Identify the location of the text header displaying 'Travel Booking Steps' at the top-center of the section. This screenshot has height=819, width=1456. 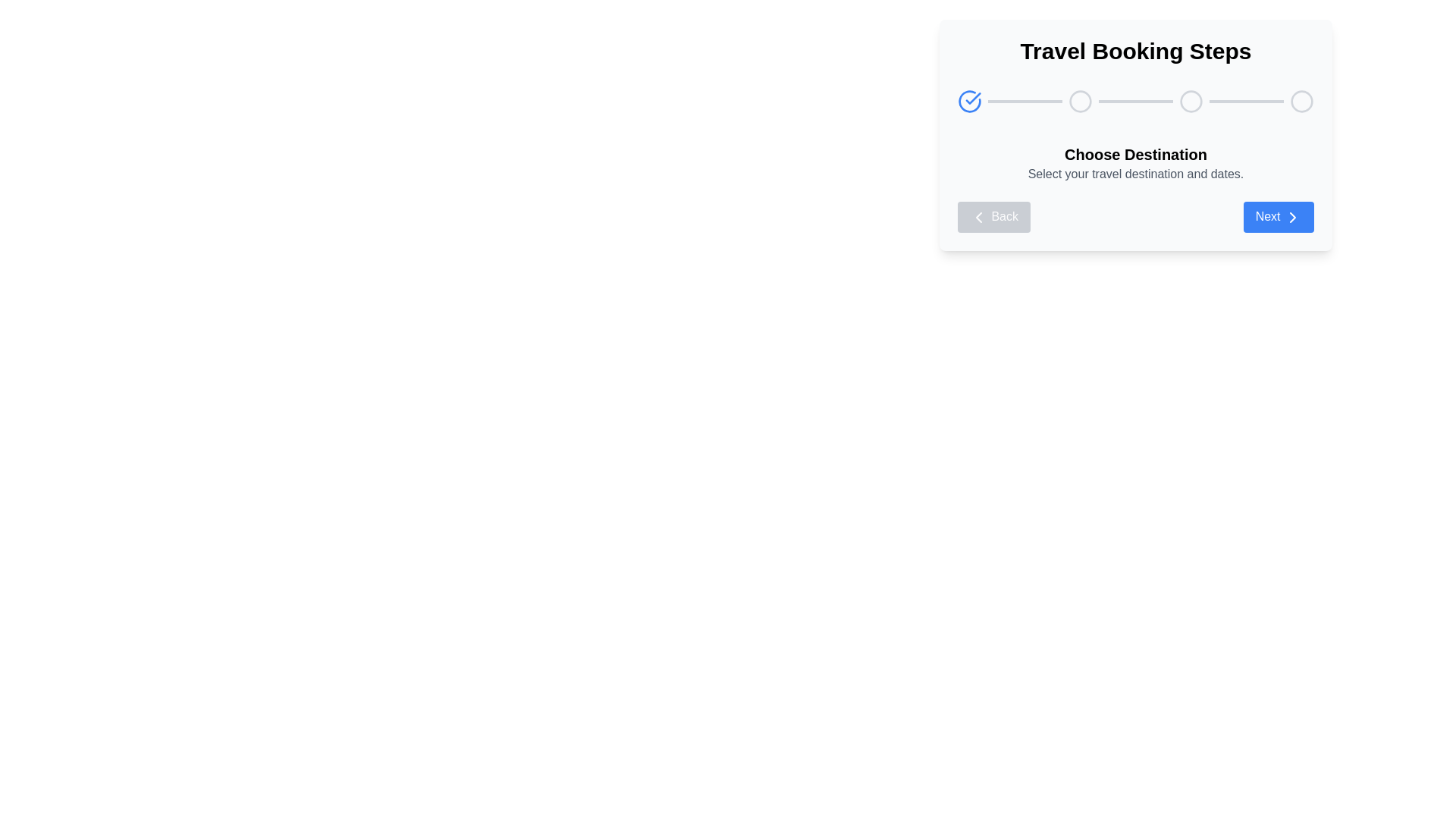
(1135, 51).